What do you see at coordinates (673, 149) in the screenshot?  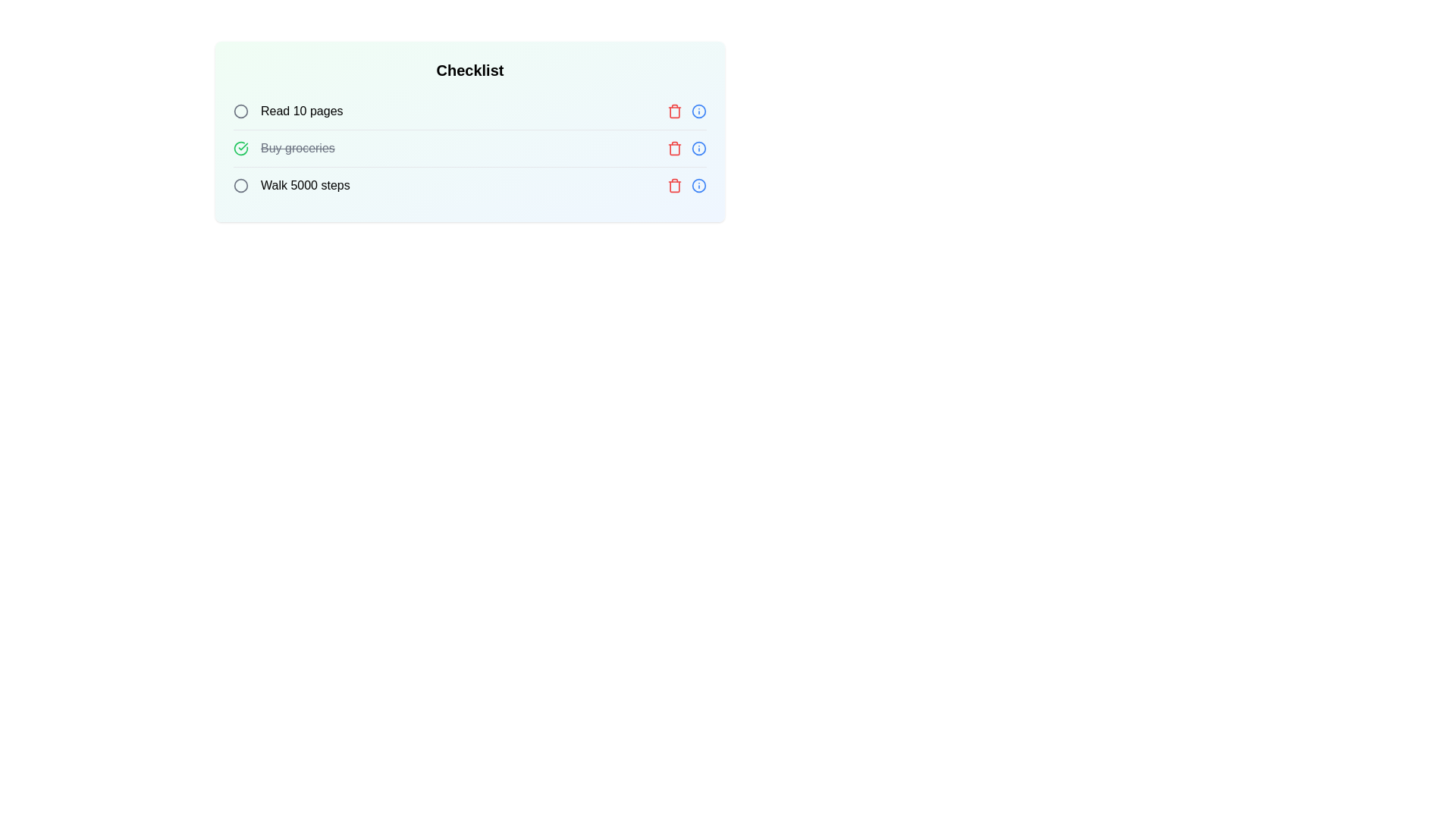 I see `remove button for the checklist item labeled 'Buy groceries'` at bounding box center [673, 149].